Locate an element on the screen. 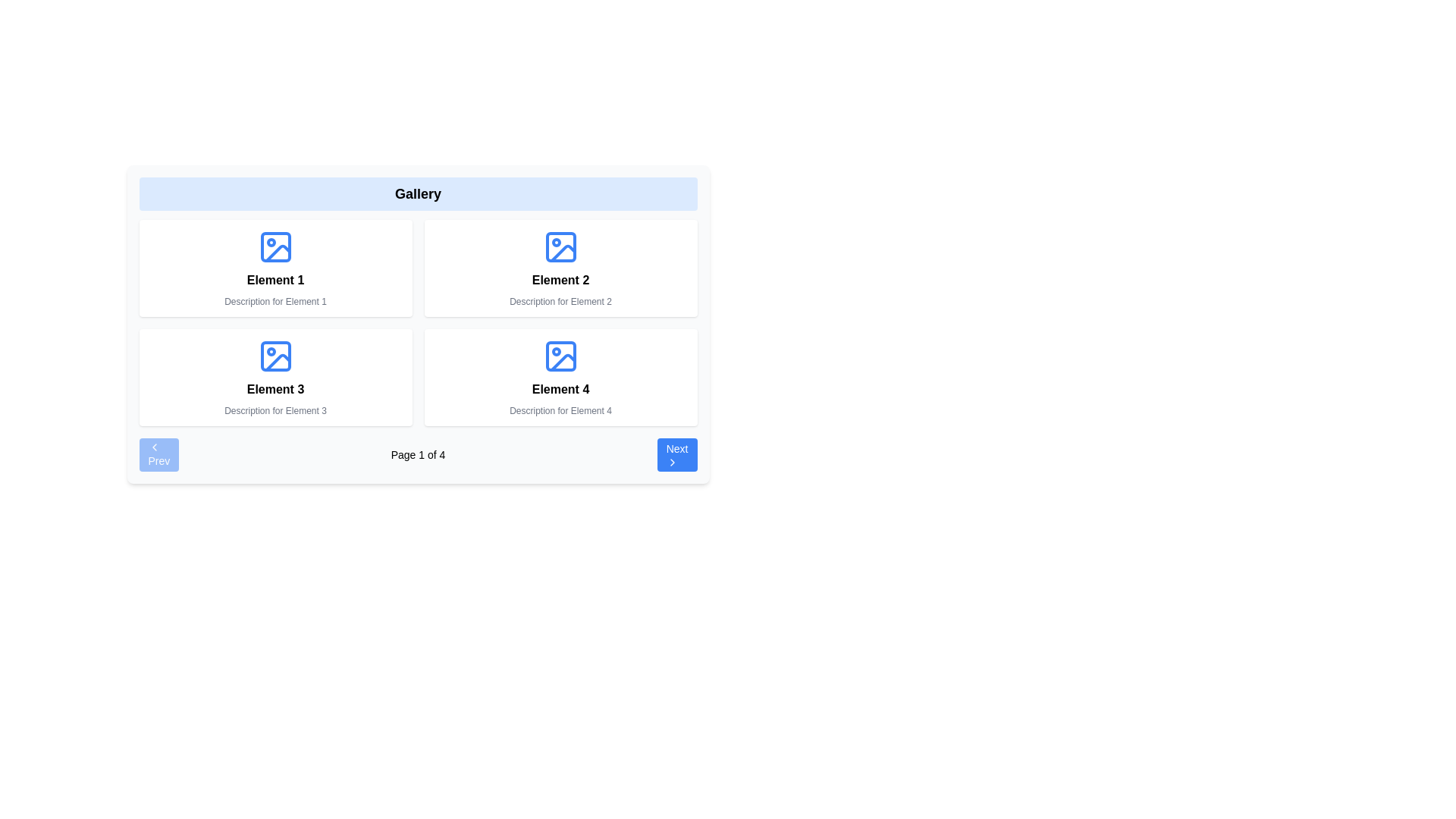  the static text label displayed in light gray, centrally aligned under the bold heading 'Element 1' within the first card of the grid layout is located at coordinates (275, 301).